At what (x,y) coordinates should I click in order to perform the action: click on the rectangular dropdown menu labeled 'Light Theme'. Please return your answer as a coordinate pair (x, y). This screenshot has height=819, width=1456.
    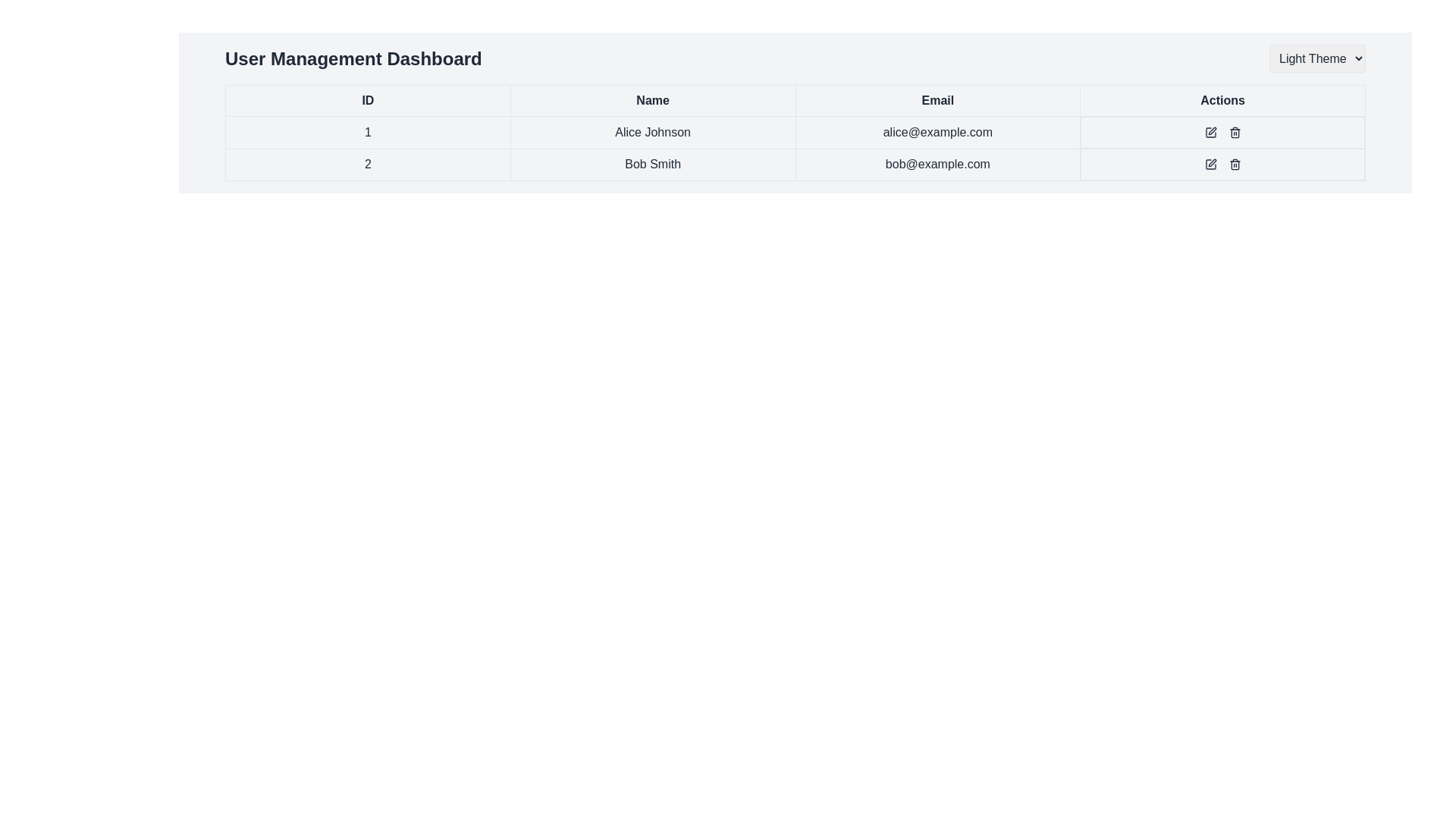
    Looking at the image, I should click on (1316, 58).